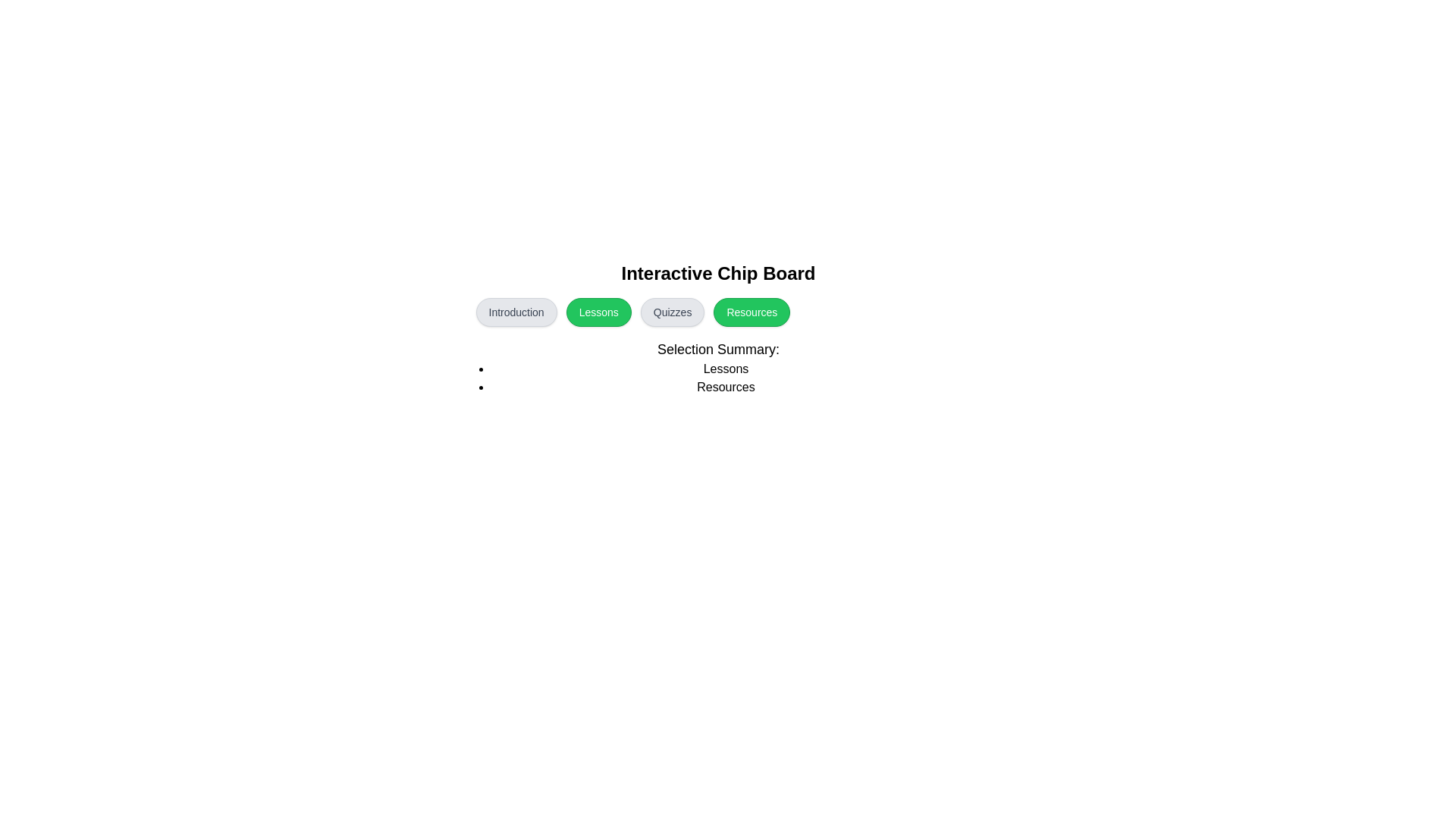 This screenshot has height=819, width=1456. Describe the element at coordinates (717, 350) in the screenshot. I see `text header labeled 'Selection Summary:' which is prominently displayed above the list of items in the interface` at that location.